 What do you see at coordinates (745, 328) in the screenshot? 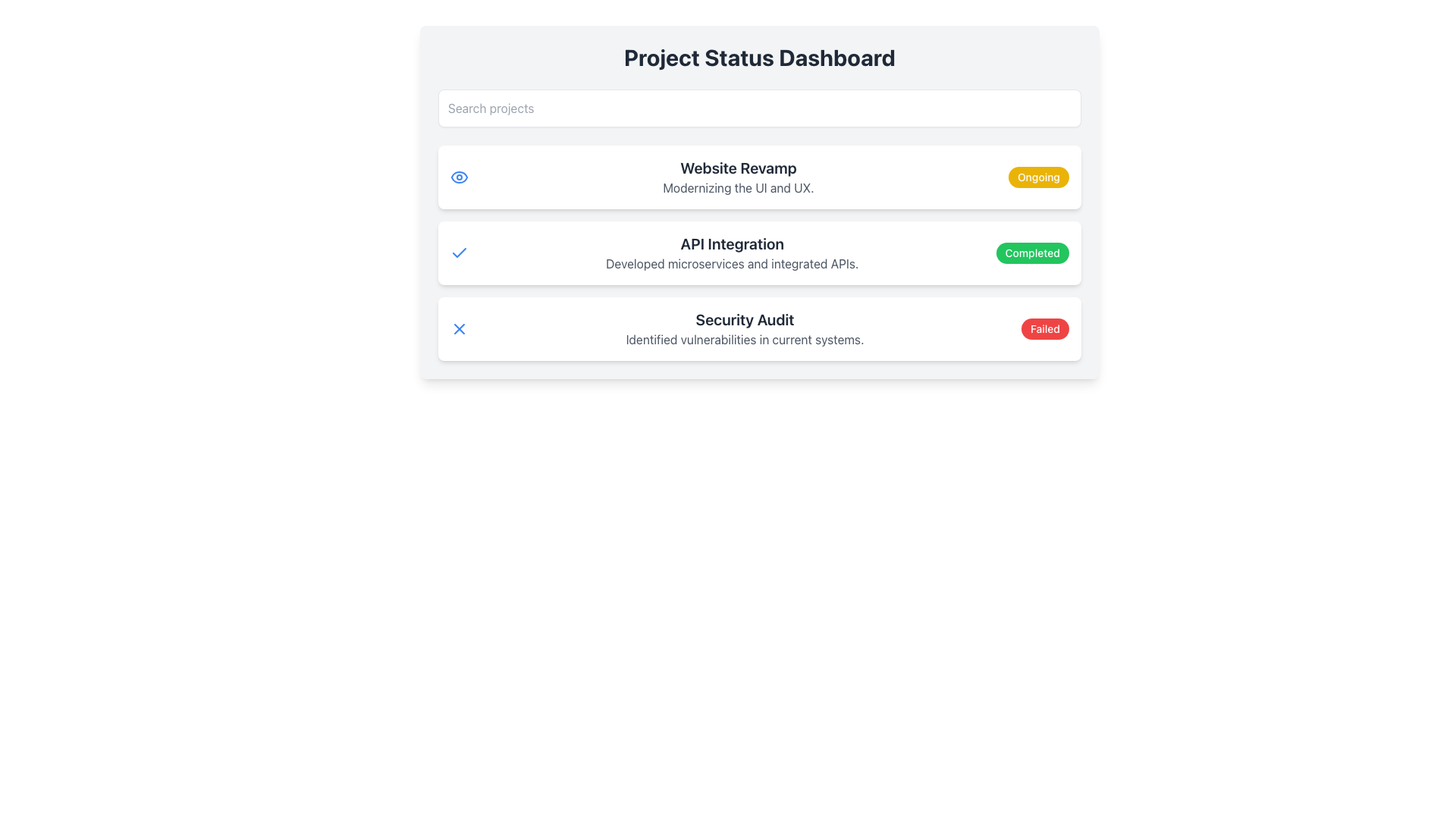
I see `the descriptive text block labeled 'Security Audit'` at bounding box center [745, 328].